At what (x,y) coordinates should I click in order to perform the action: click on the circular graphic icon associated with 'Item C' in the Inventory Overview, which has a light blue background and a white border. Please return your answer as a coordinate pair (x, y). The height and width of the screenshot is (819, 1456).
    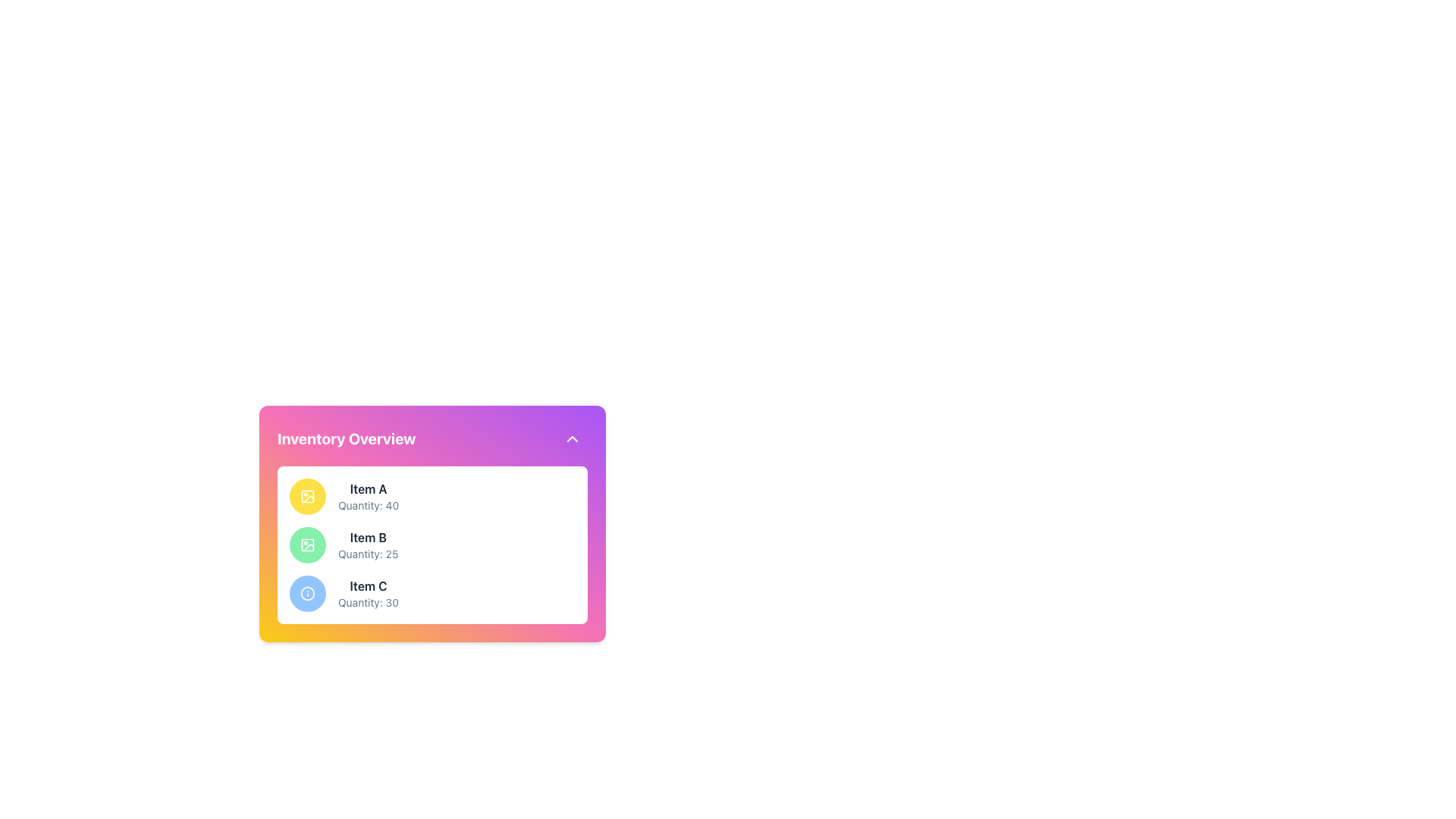
    Looking at the image, I should click on (307, 593).